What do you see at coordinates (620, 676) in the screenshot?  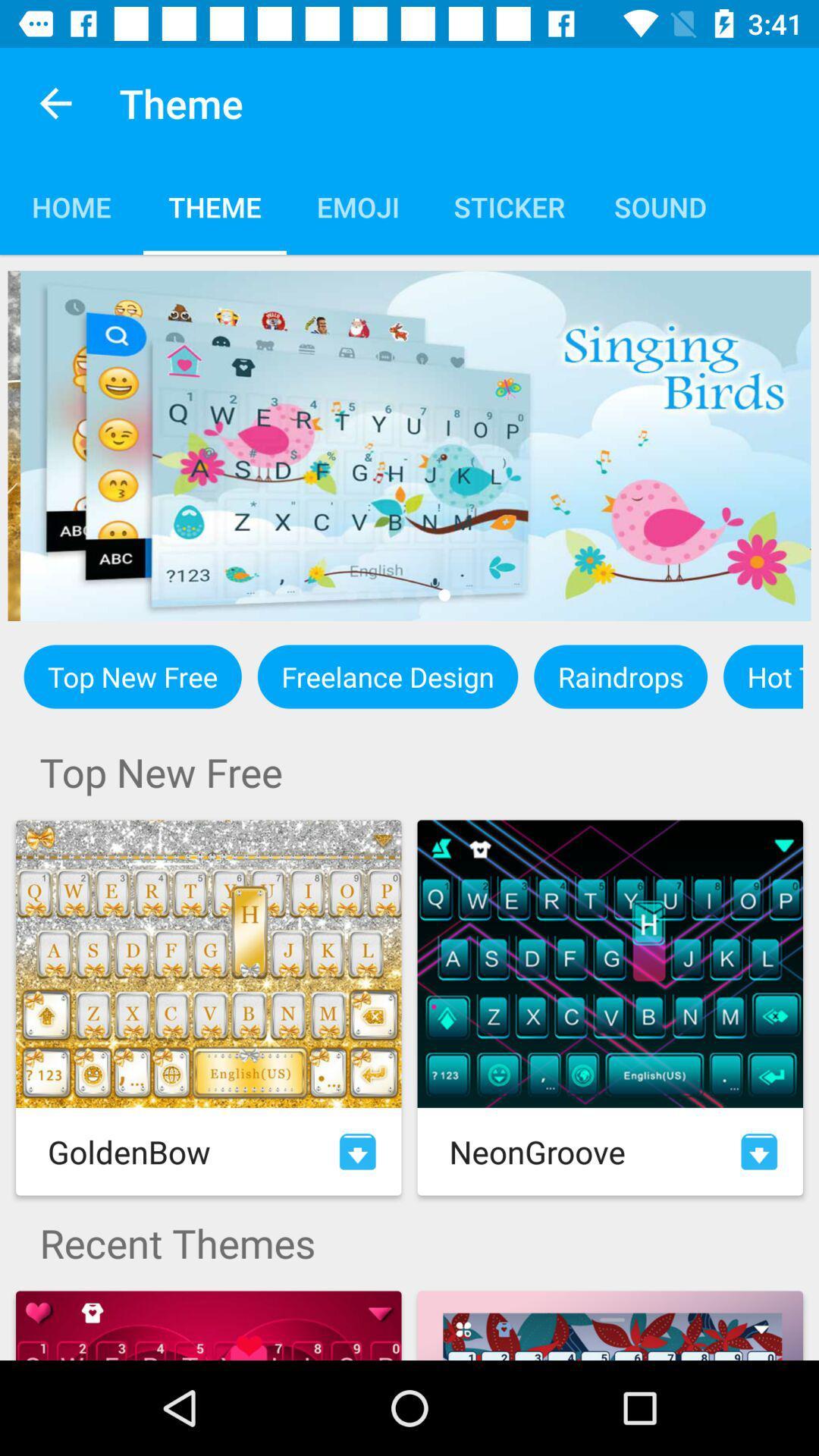 I see `the icon next to hot themes icon` at bounding box center [620, 676].